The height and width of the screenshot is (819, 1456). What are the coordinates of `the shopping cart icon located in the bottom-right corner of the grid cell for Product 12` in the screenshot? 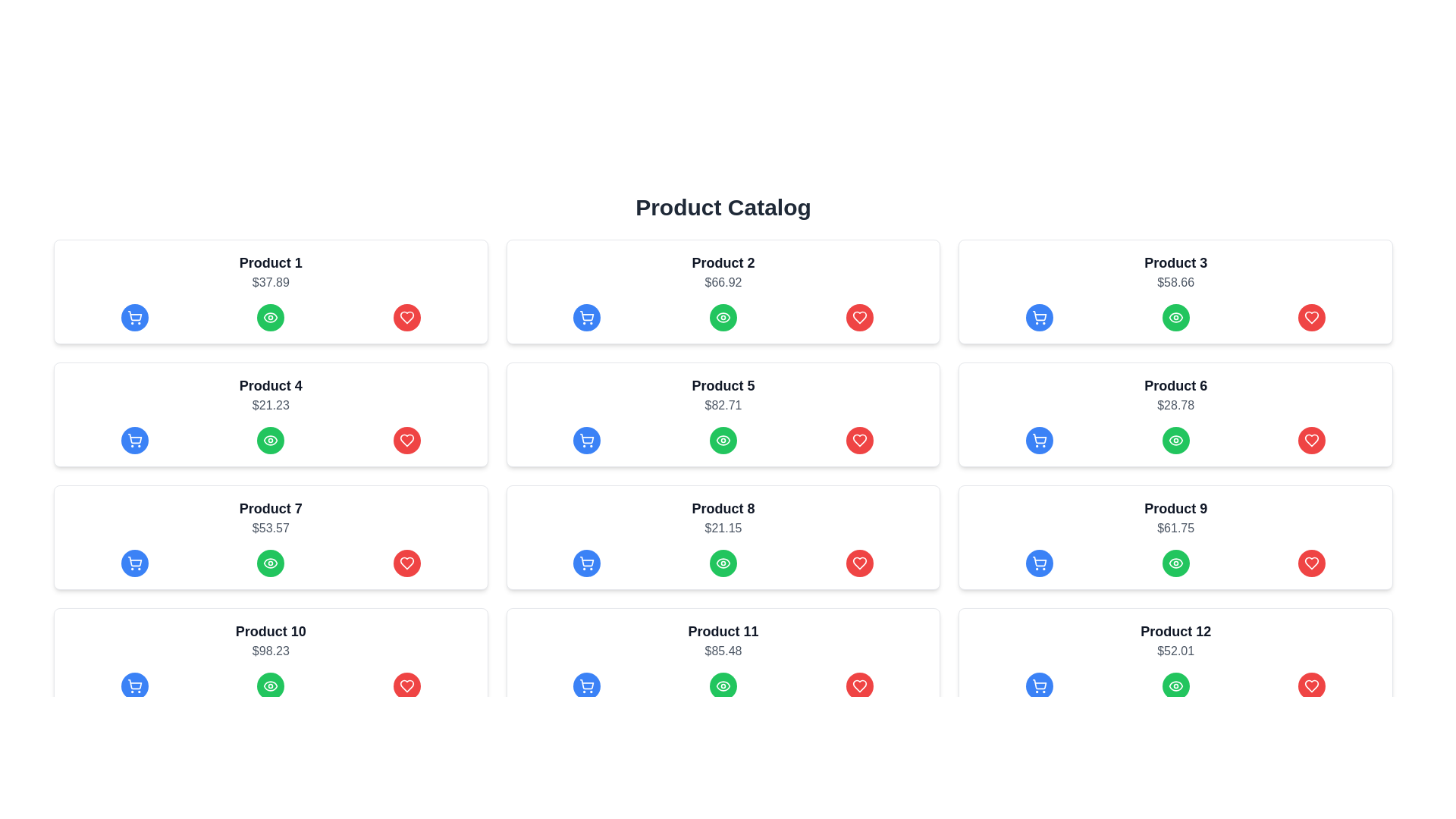 It's located at (1039, 684).